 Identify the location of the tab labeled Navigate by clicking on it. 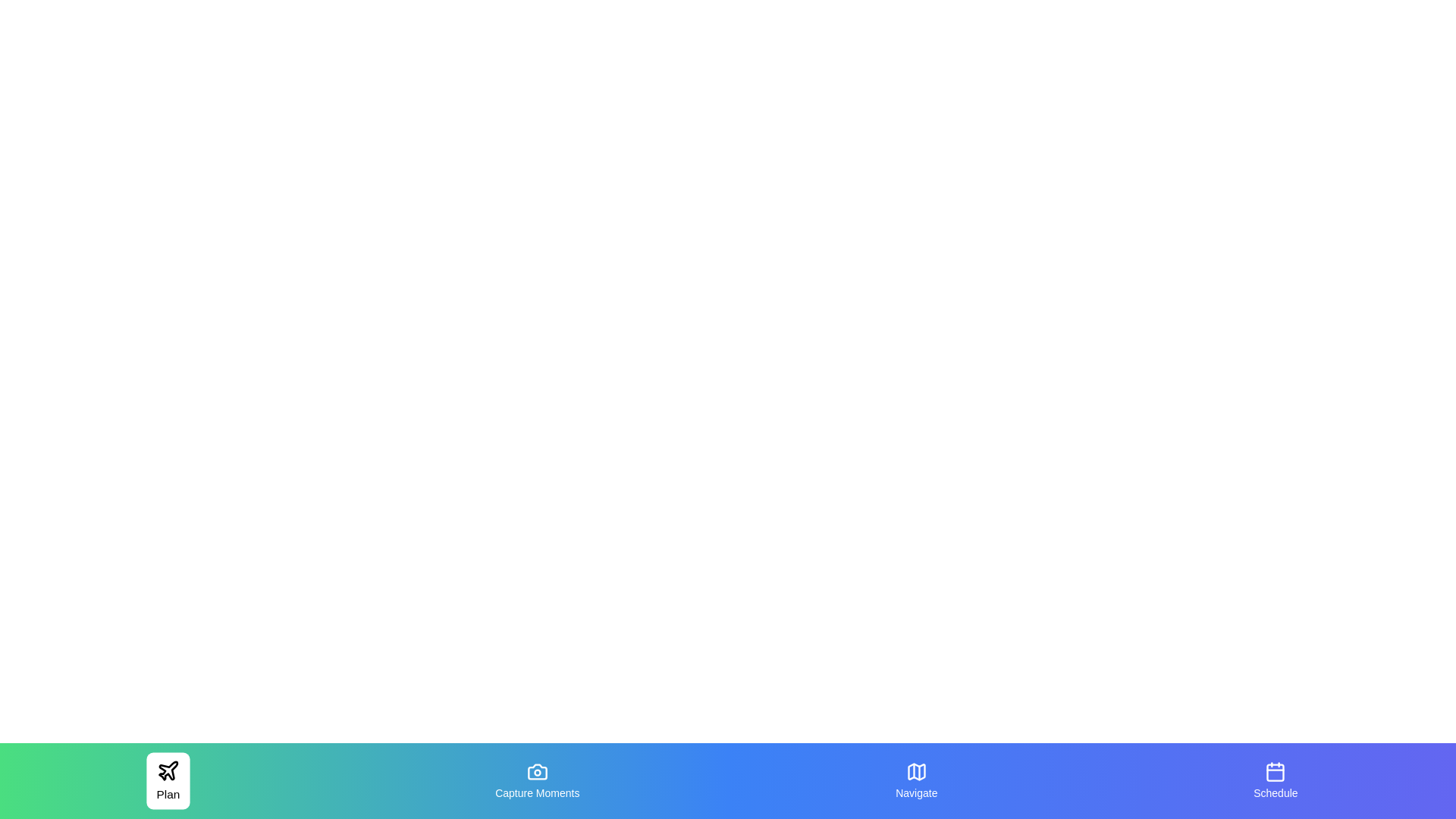
(915, 780).